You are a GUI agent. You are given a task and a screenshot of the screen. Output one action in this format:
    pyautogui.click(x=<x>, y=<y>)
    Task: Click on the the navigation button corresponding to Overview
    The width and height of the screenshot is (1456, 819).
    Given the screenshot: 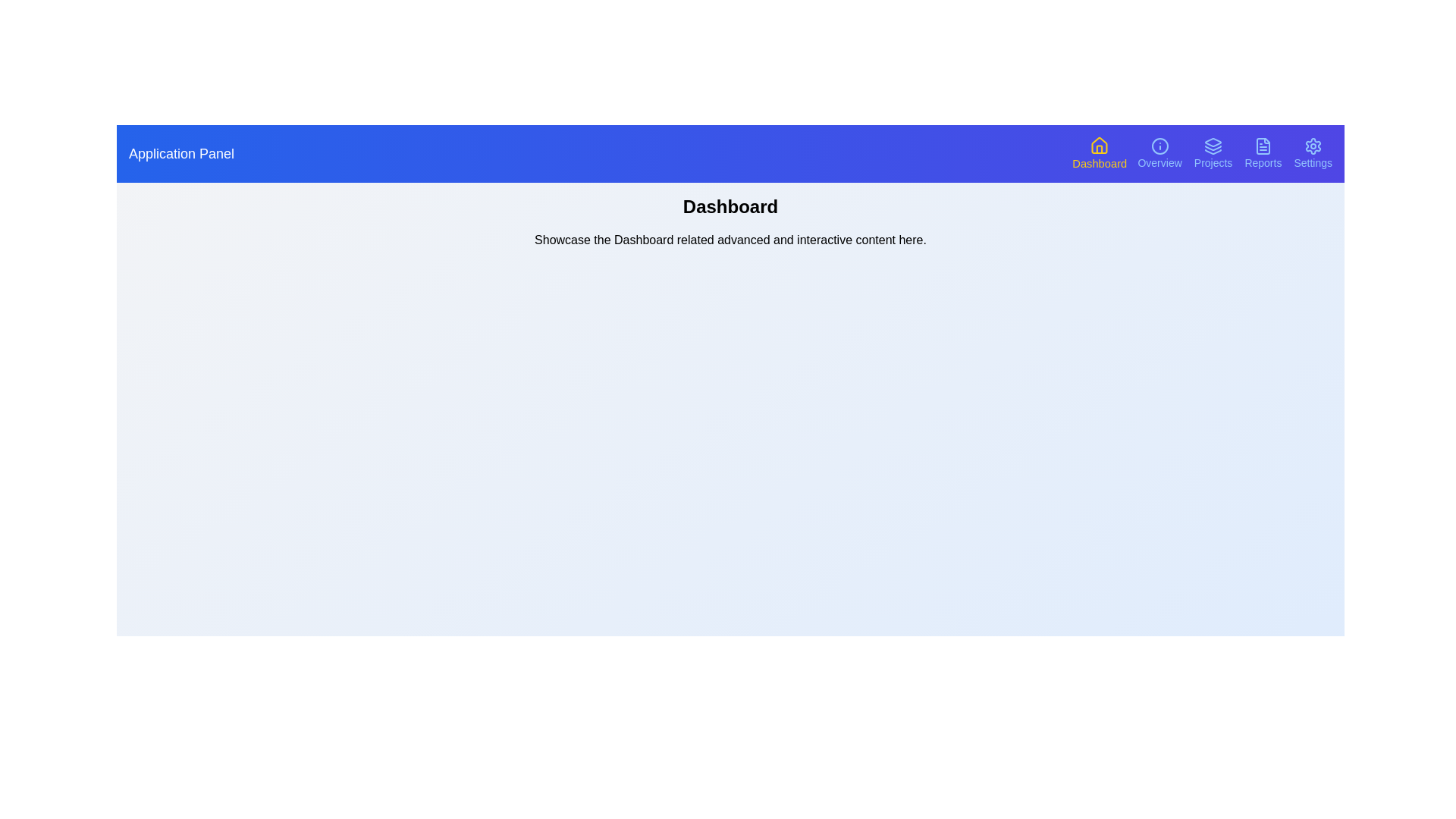 What is the action you would take?
    pyautogui.click(x=1159, y=154)
    